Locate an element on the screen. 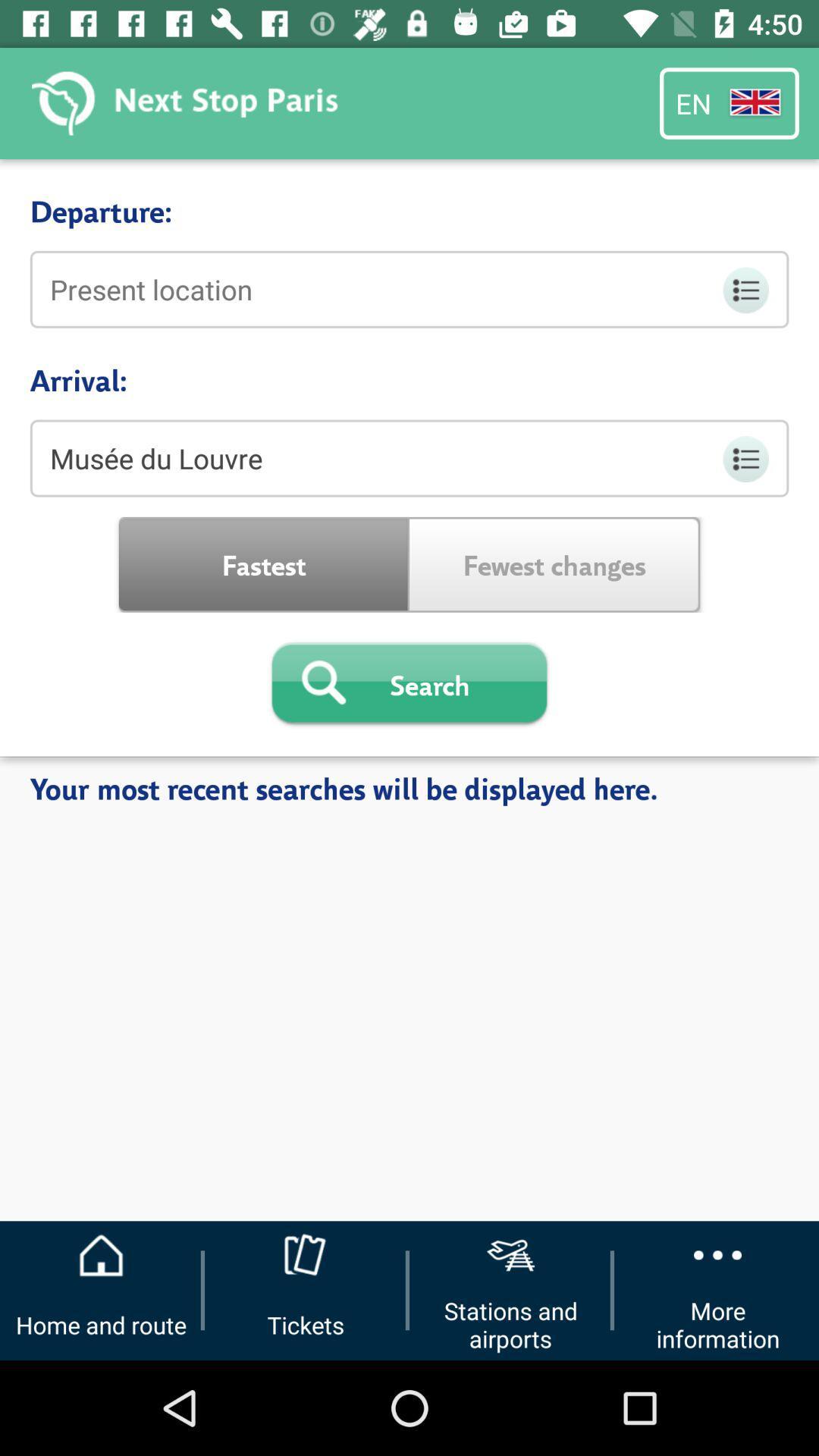  fastest is located at coordinates (263, 563).